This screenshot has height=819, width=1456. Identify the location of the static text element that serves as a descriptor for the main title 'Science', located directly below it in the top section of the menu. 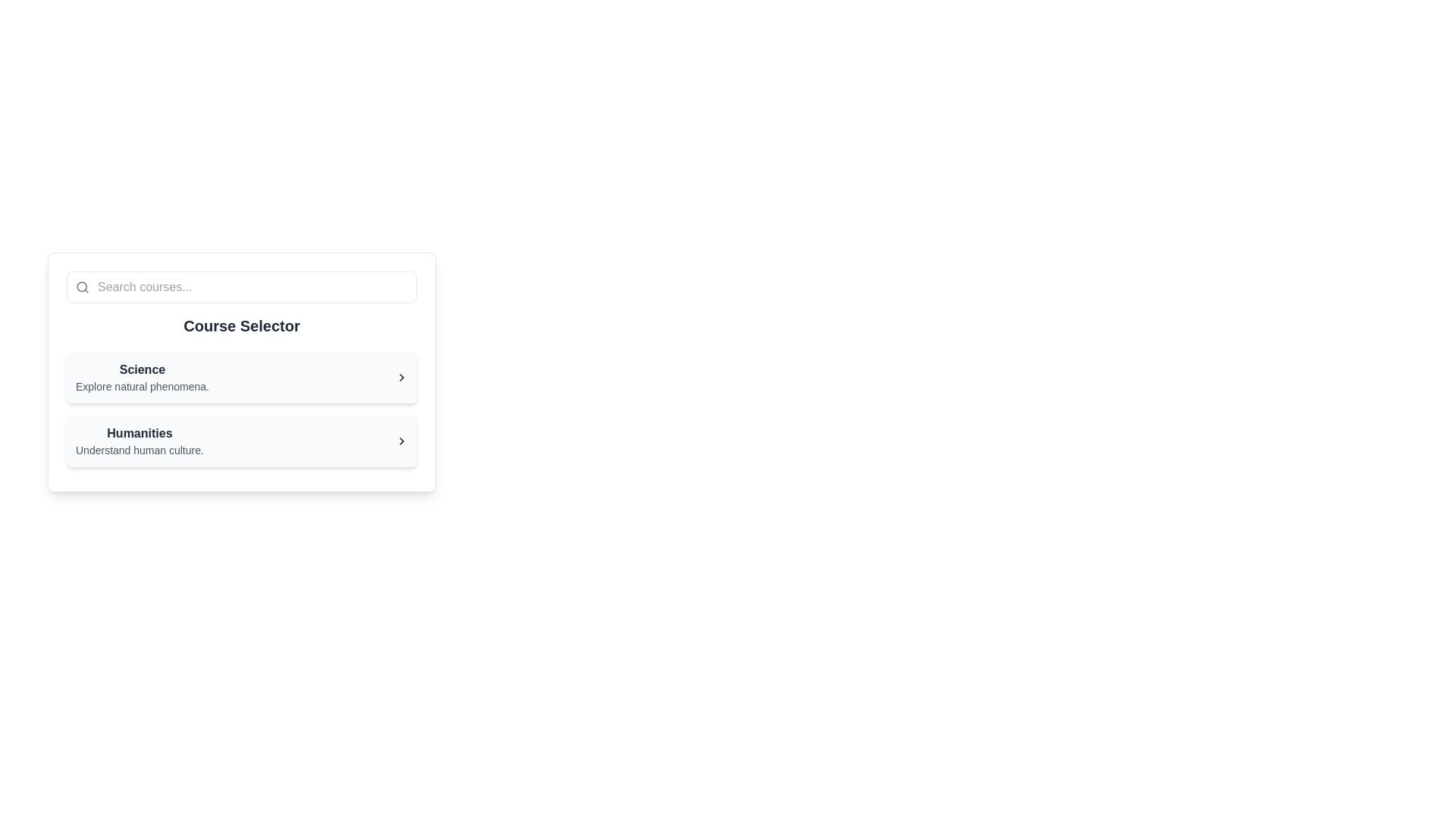
(142, 385).